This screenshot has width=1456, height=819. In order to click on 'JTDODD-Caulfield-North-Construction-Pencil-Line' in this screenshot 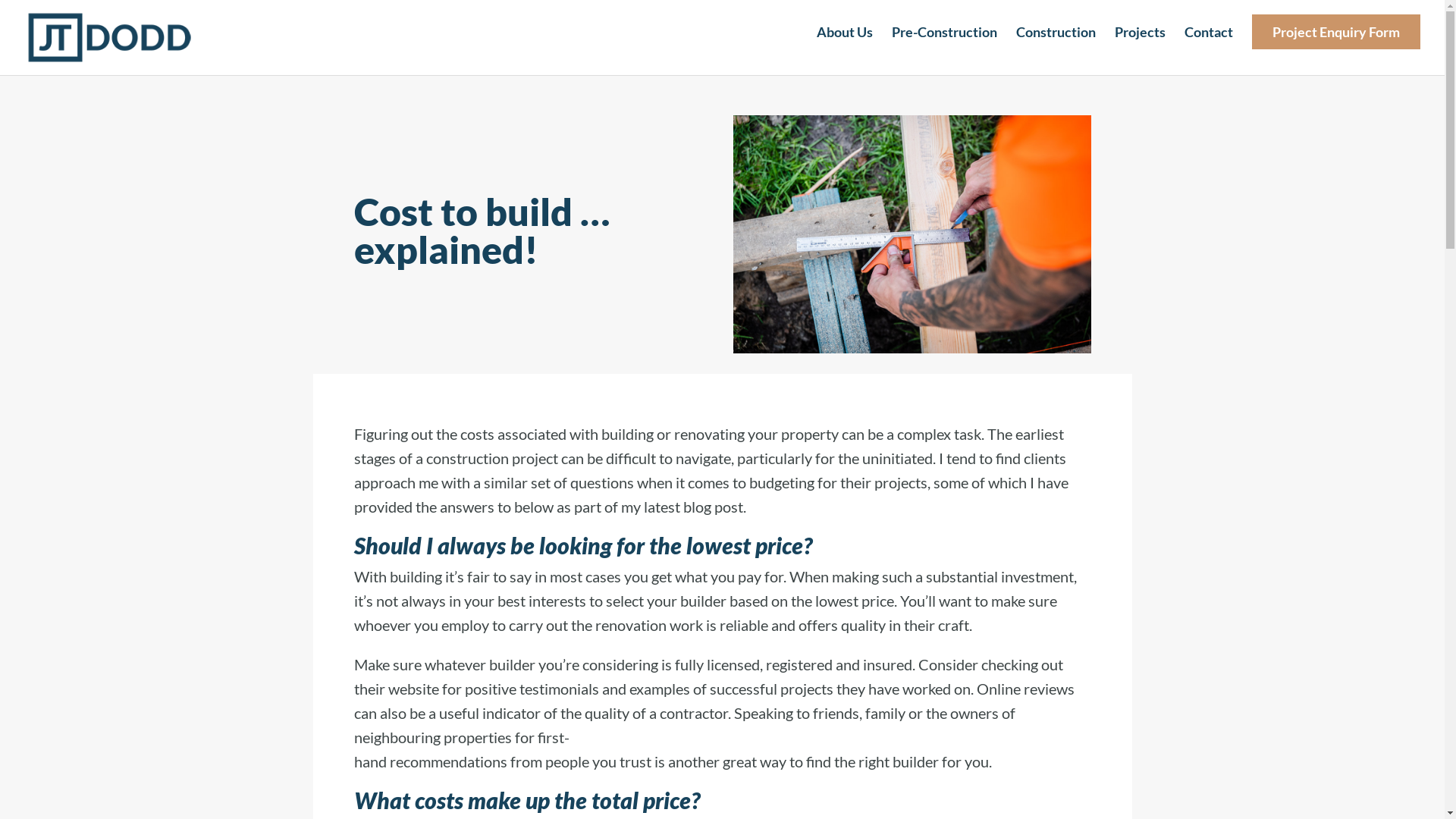, I will do `click(911, 234)`.